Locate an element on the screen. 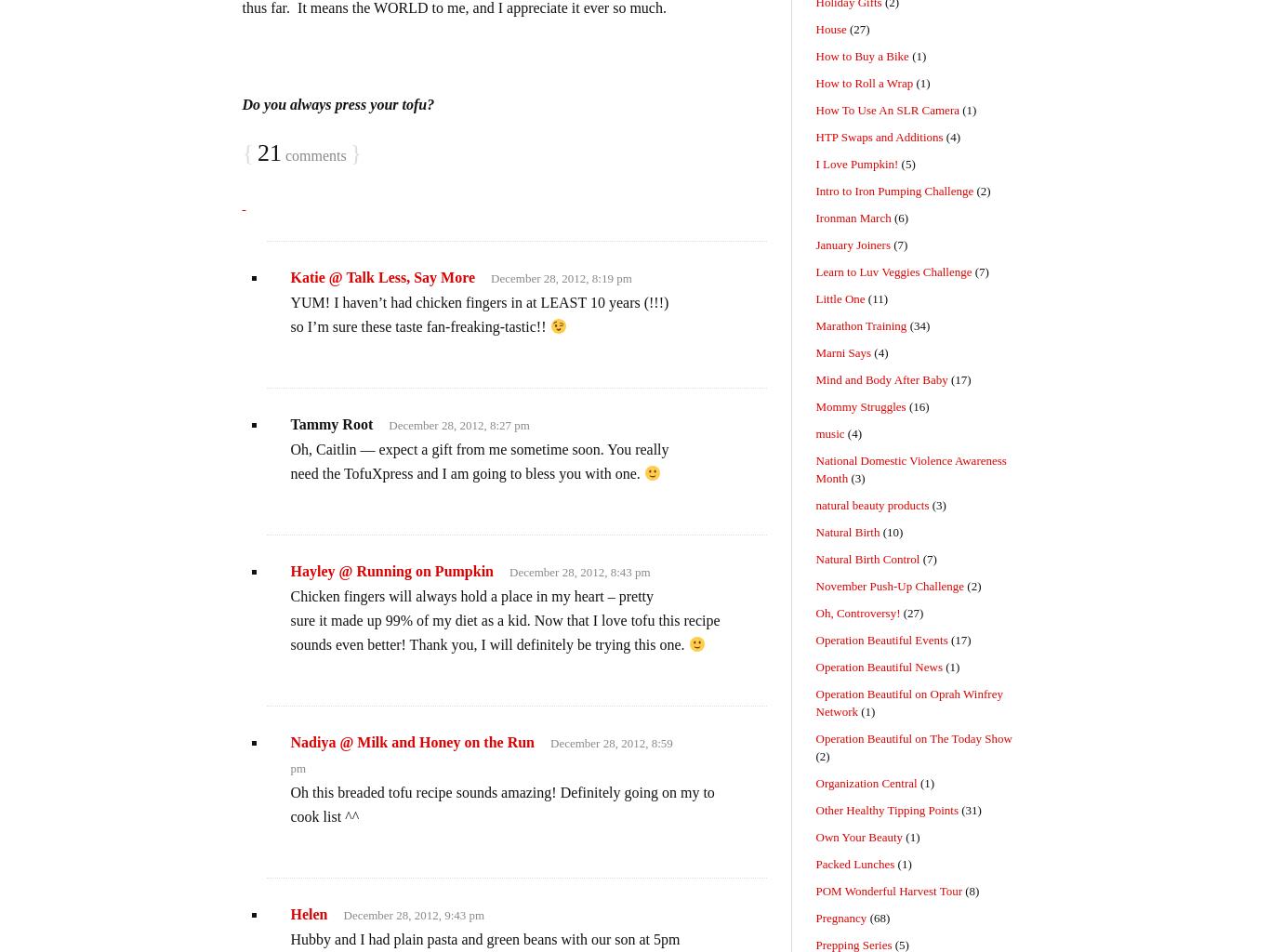 Image resolution: width=1270 pixels, height=952 pixels. 'How to Buy a Bike' is located at coordinates (861, 55).